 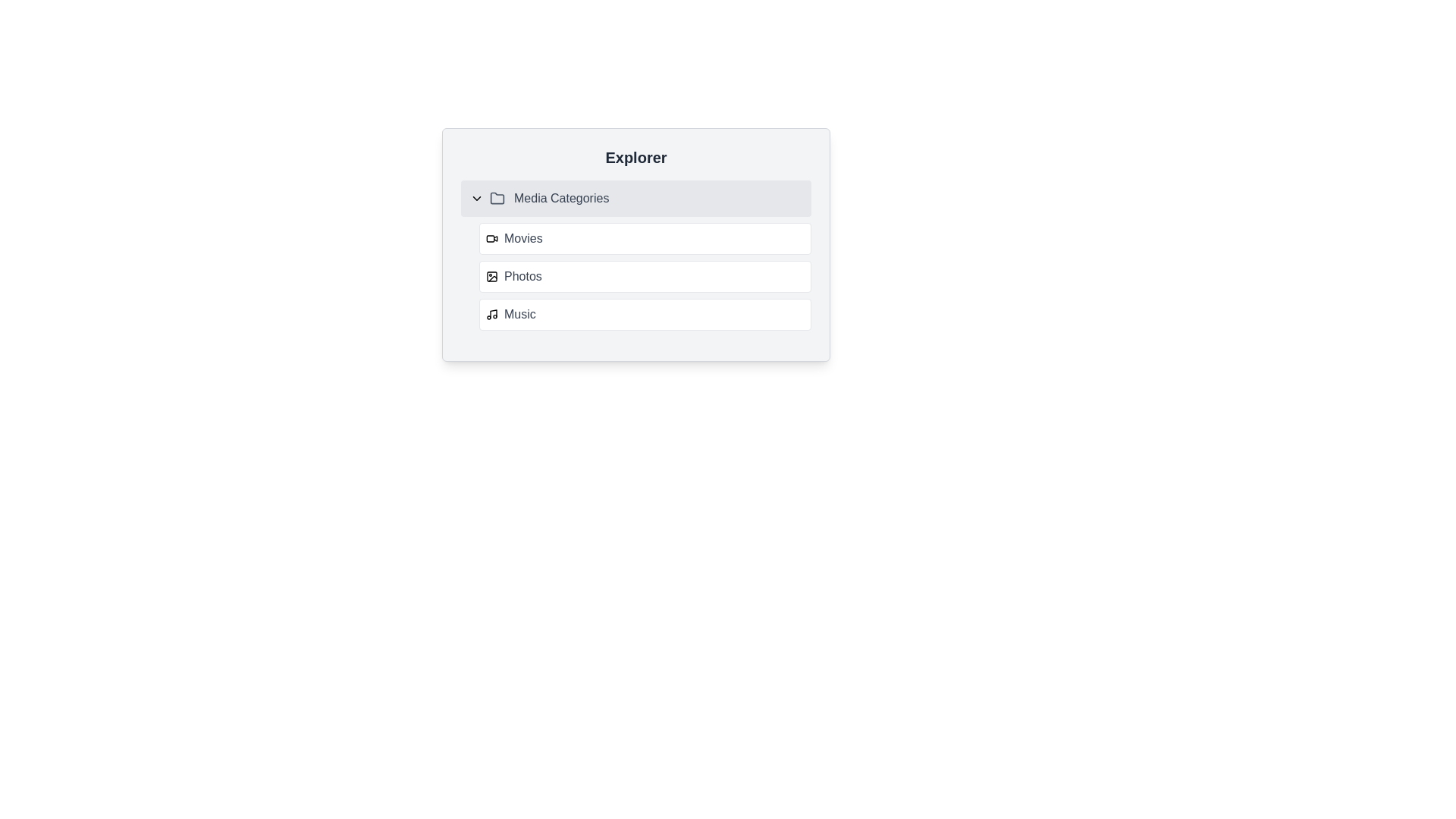 What do you see at coordinates (497, 197) in the screenshot?
I see `the folder icon located to the right of the drop-down expansion arrow and before the text label 'Media Categories' to interact with it` at bounding box center [497, 197].